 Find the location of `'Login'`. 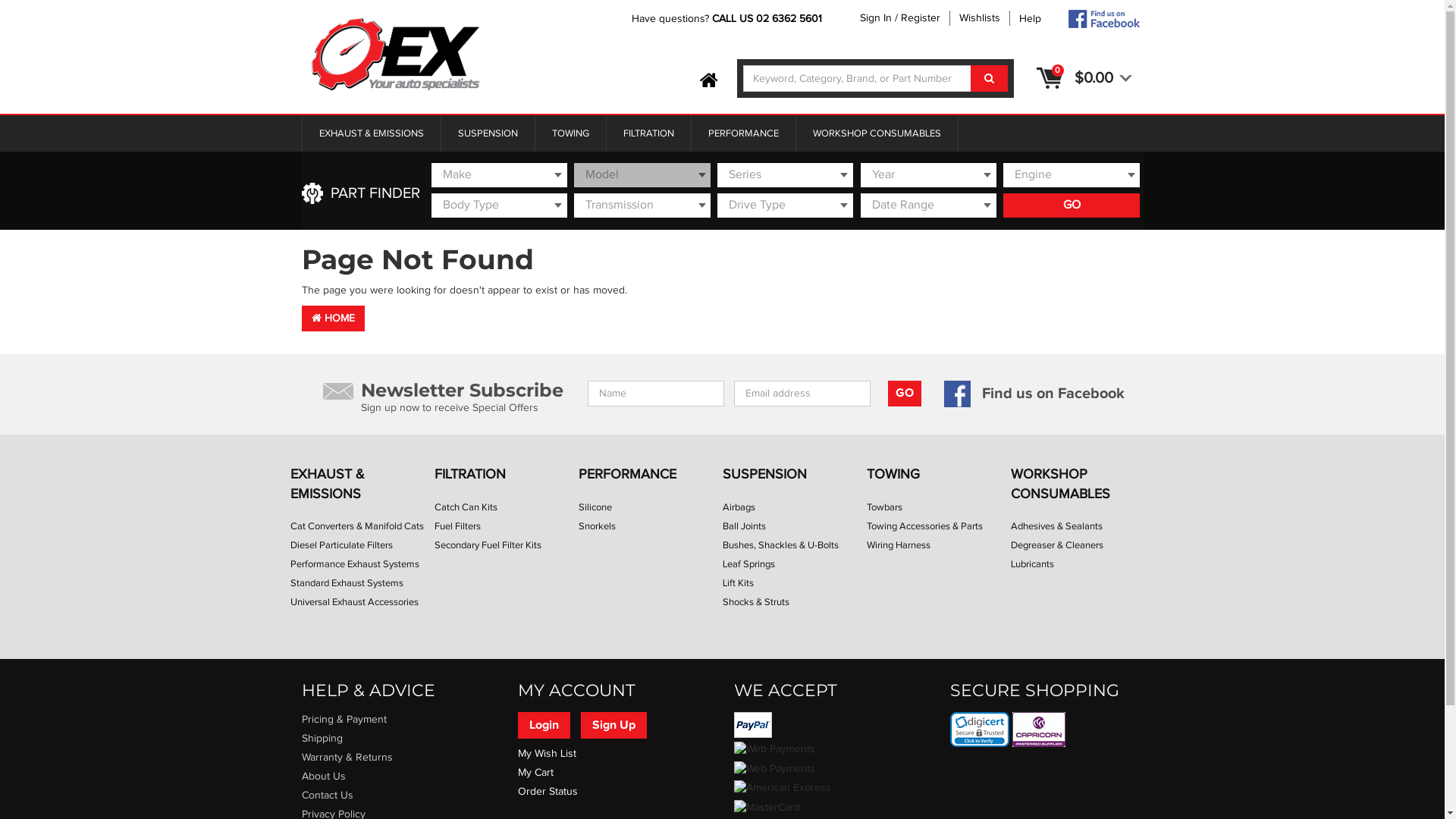

'Login' is located at coordinates (543, 724).